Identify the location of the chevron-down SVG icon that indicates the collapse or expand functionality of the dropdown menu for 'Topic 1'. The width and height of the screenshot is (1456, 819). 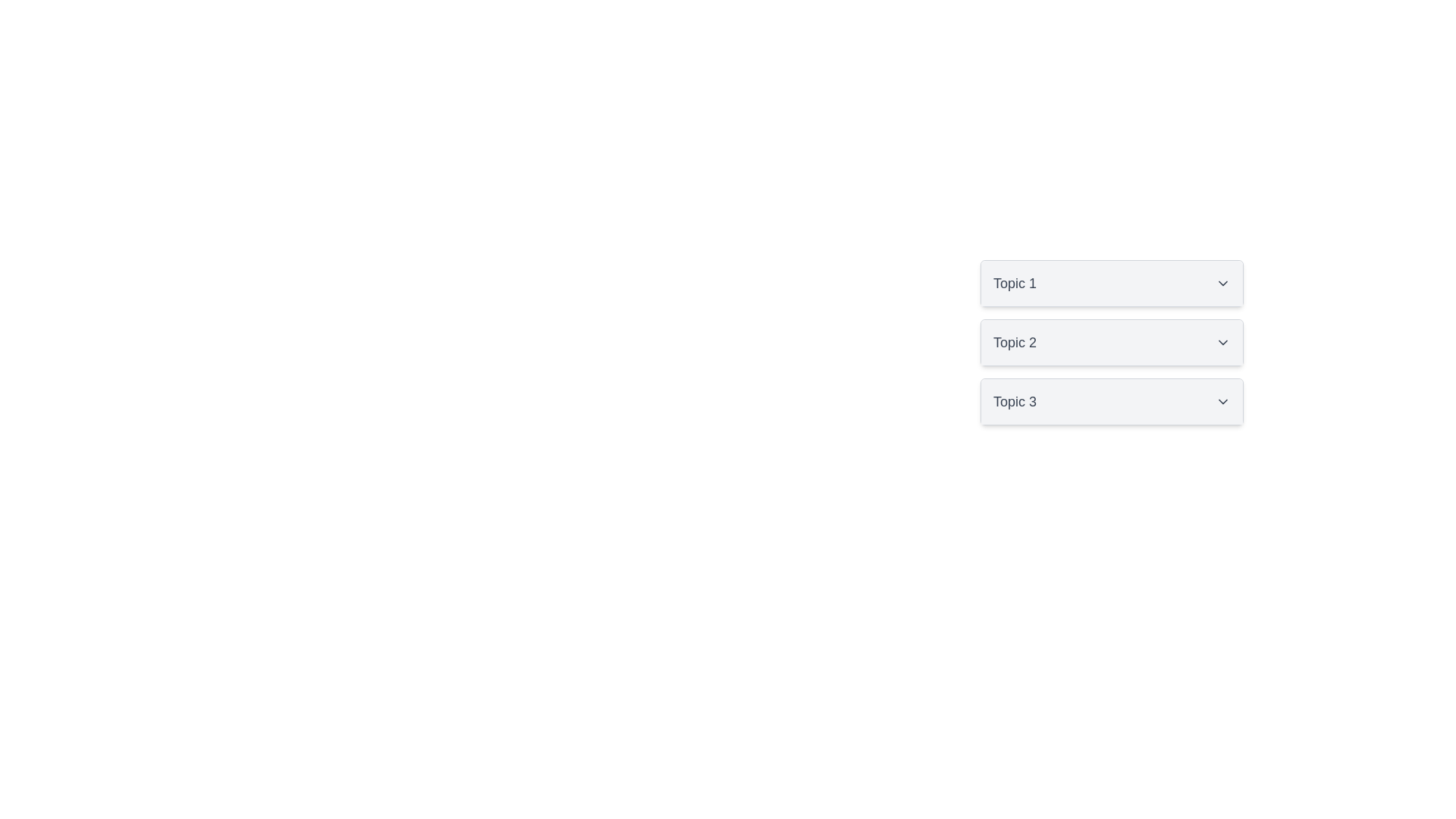
(1222, 284).